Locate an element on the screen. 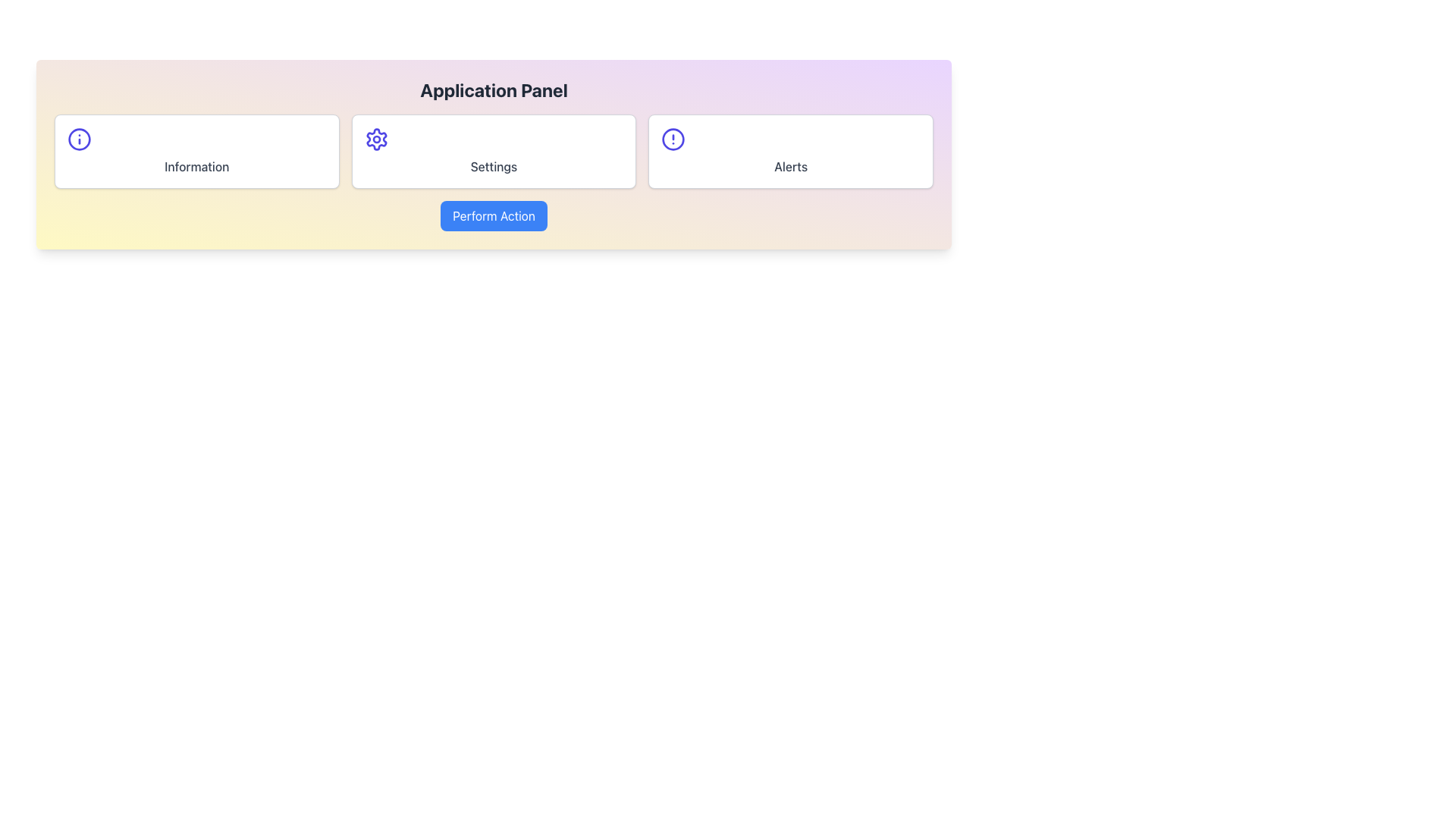  on the gear icon located in the middle card titled 'Settings' in the application panel is located at coordinates (376, 140).